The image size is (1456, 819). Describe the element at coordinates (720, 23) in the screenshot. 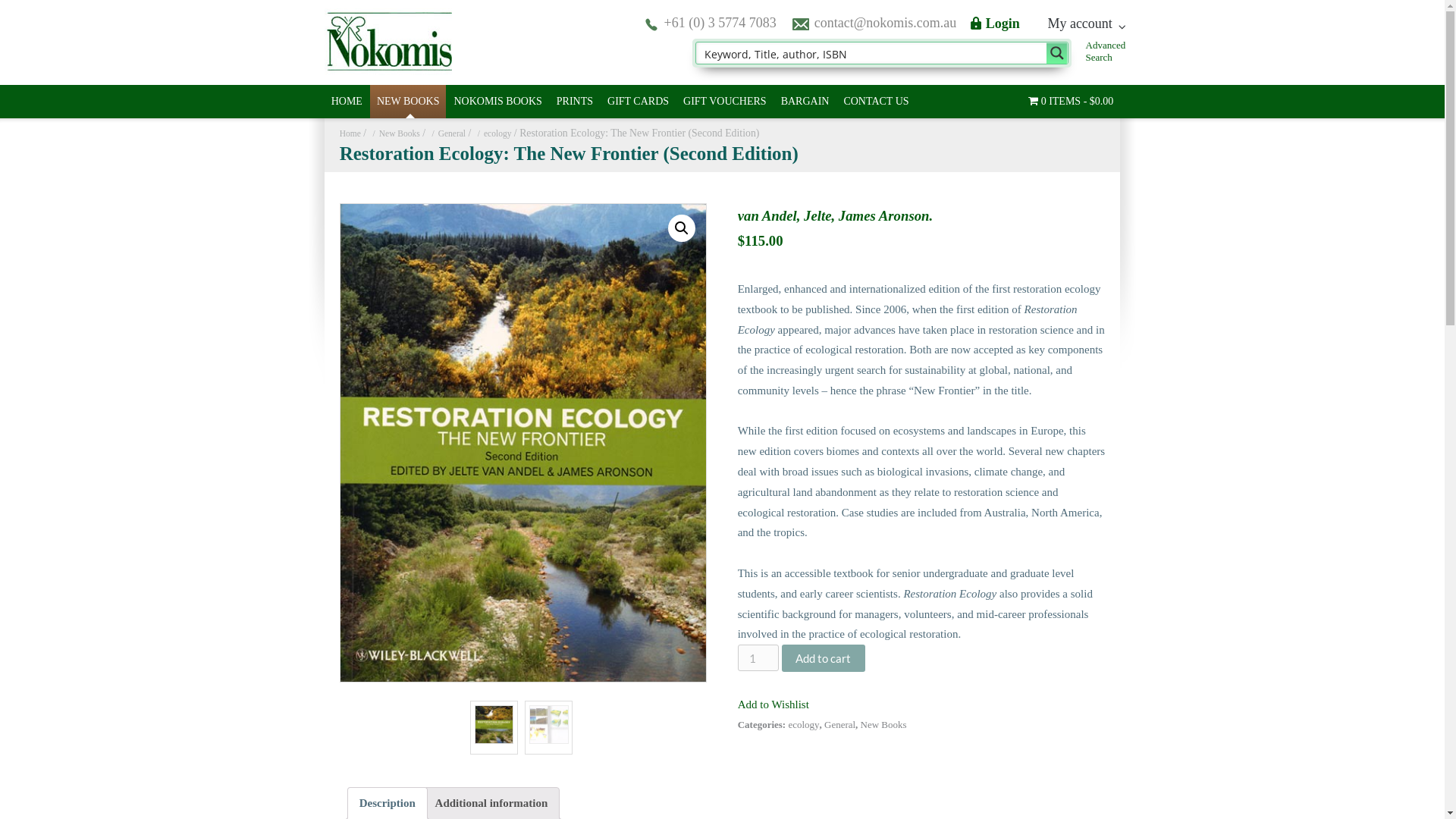

I see `'+61 (0) 3 5774 7083'` at that location.